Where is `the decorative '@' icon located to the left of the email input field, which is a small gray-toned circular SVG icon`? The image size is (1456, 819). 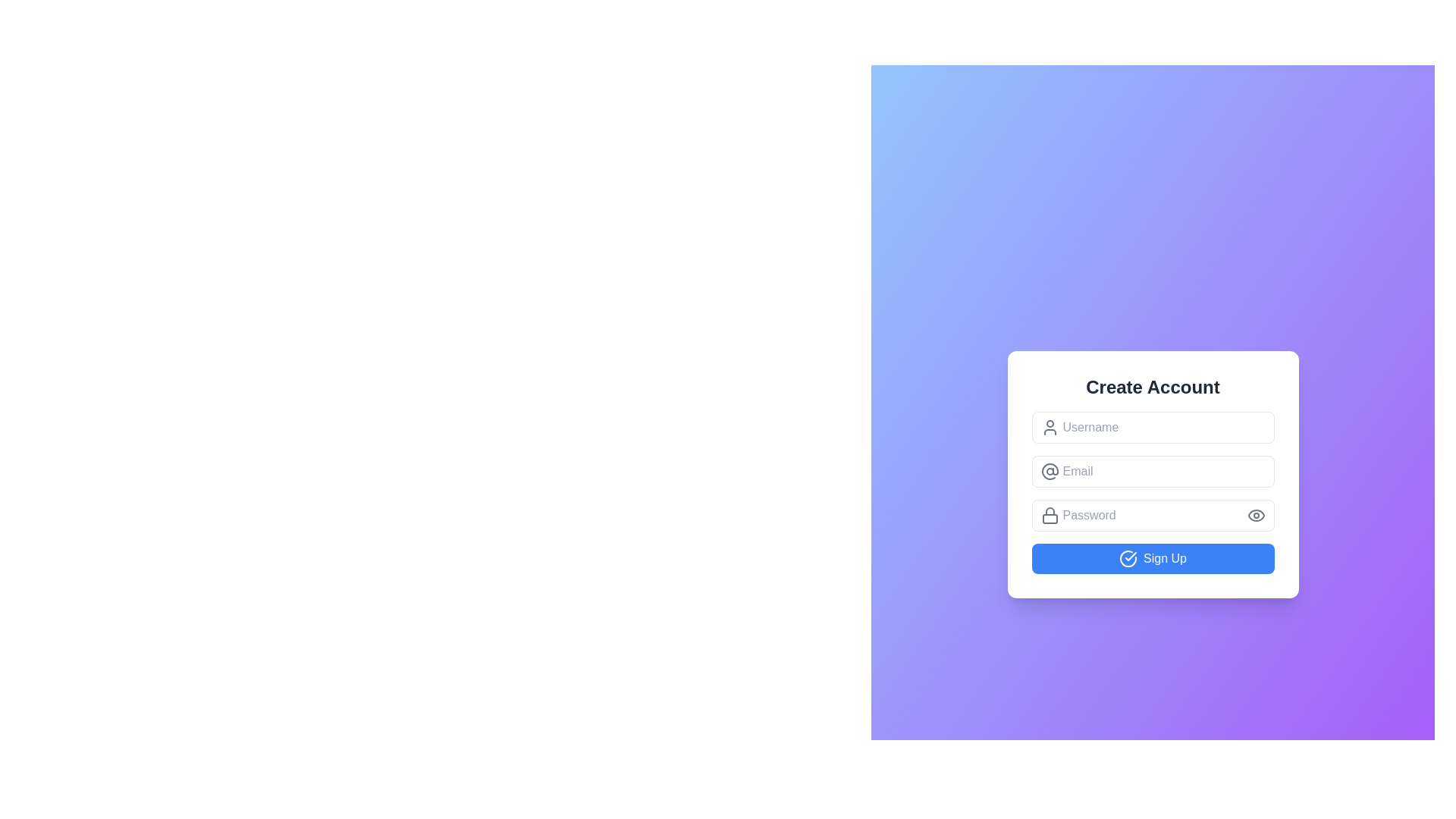 the decorative '@' icon located to the left of the email input field, which is a small gray-toned circular SVG icon is located at coordinates (1049, 470).